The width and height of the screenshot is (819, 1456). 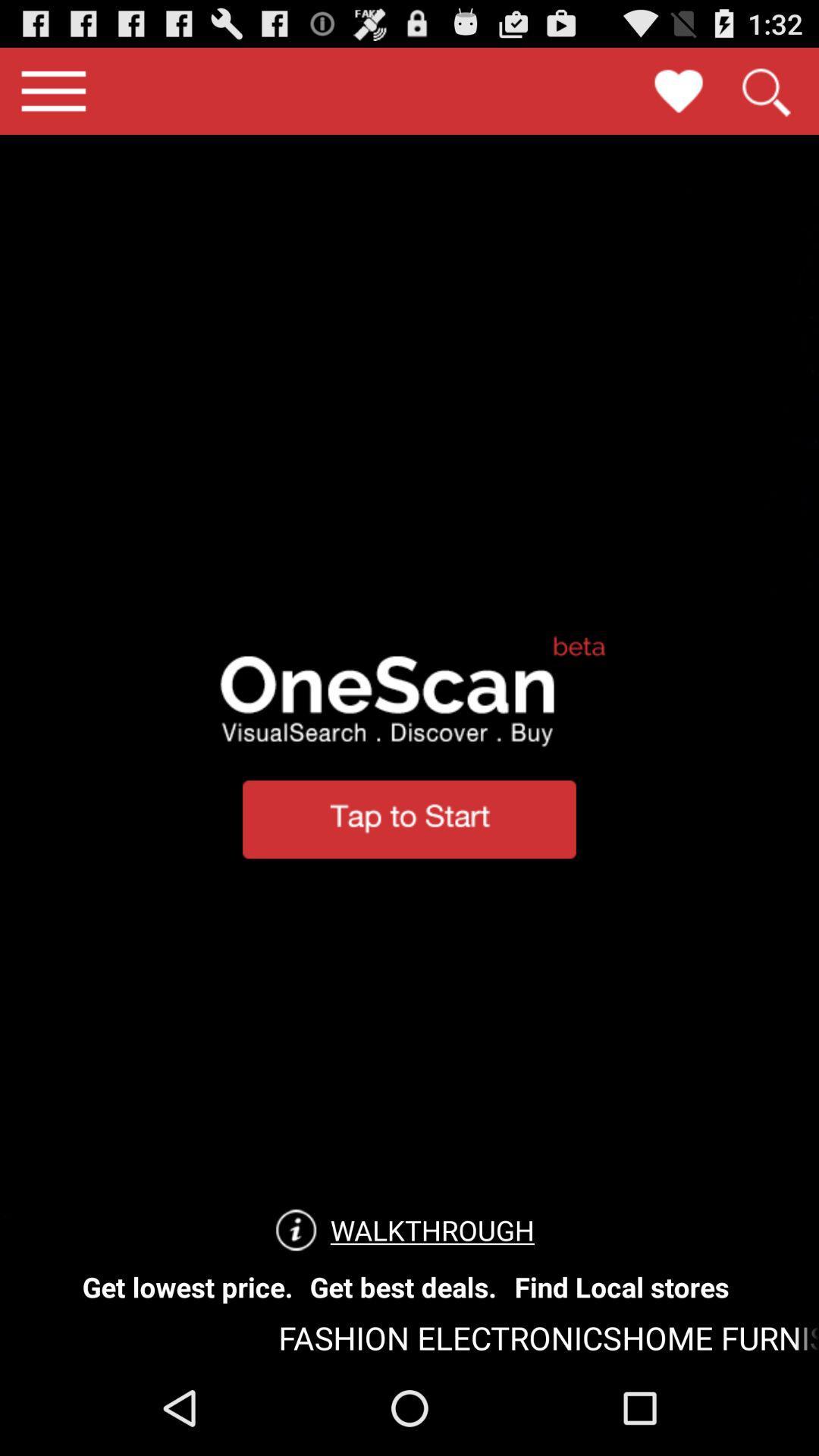 What do you see at coordinates (765, 90) in the screenshot?
I see `search` at bounding box center [765, 90].